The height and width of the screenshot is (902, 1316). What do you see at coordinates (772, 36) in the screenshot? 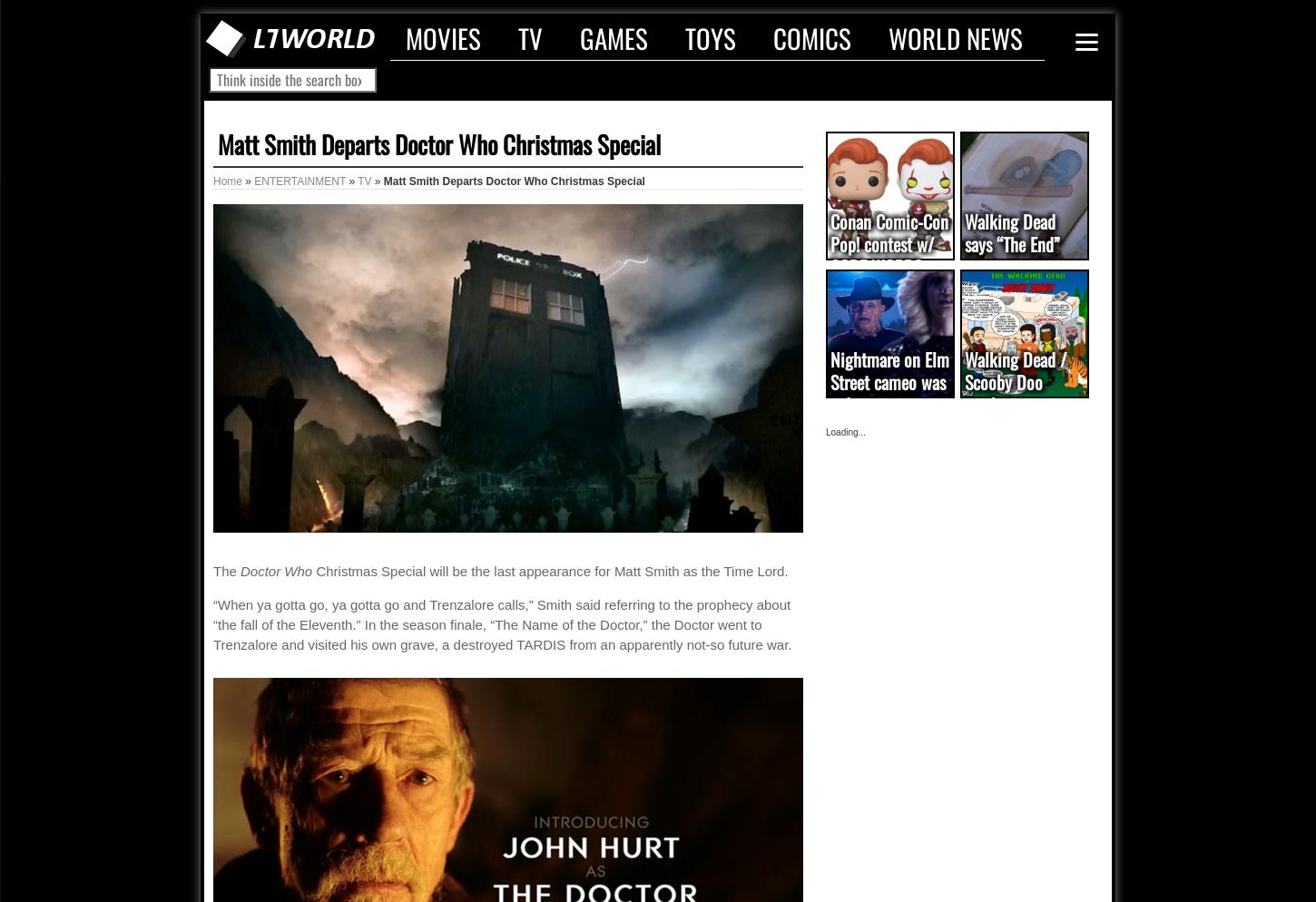
I see `'COMICS'` at bounding box center [772, 36].